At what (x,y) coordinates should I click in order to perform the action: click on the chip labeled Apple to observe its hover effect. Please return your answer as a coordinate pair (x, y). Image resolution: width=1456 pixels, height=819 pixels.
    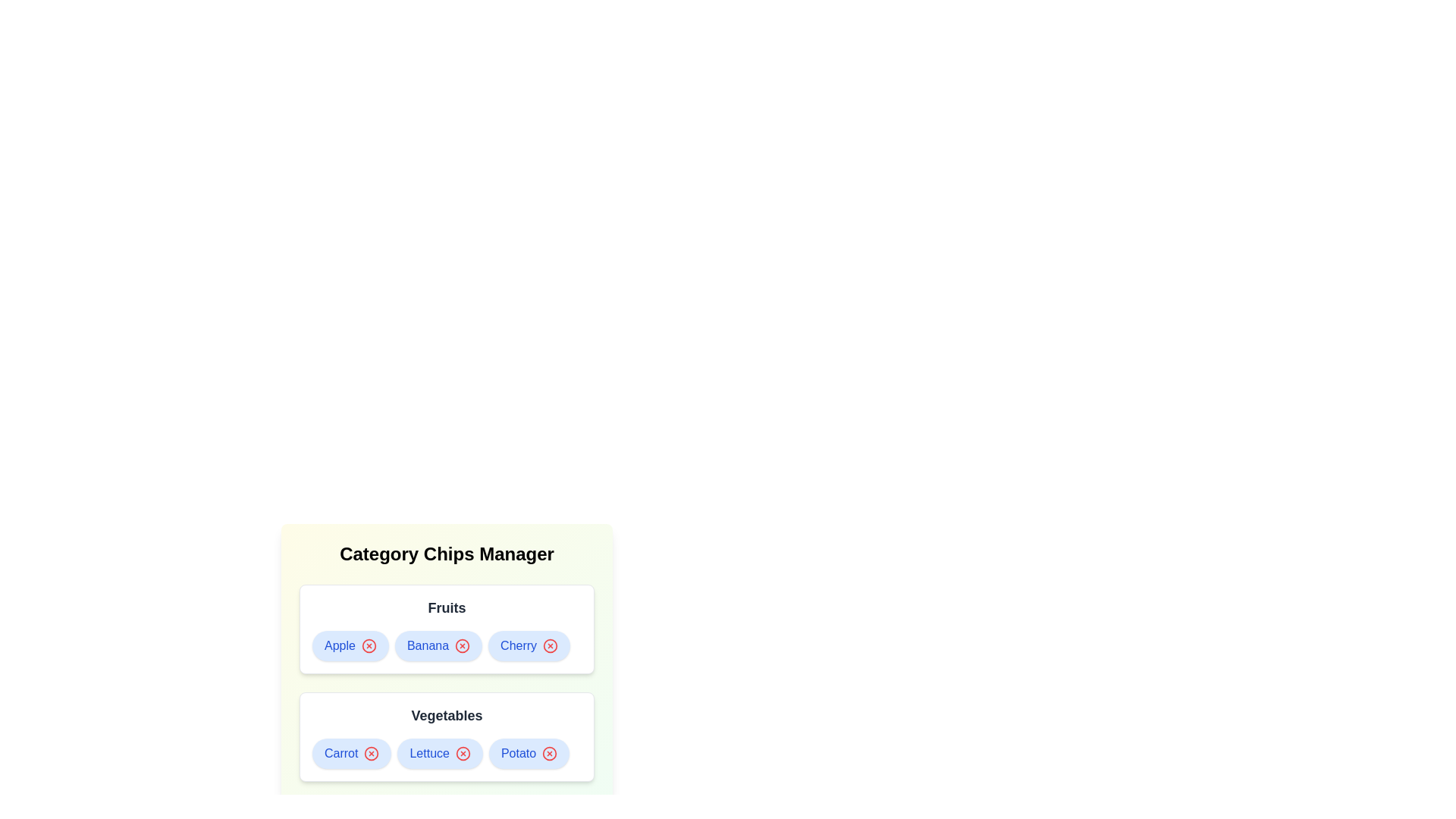
    Looking at the image, I should click on (349, 646).